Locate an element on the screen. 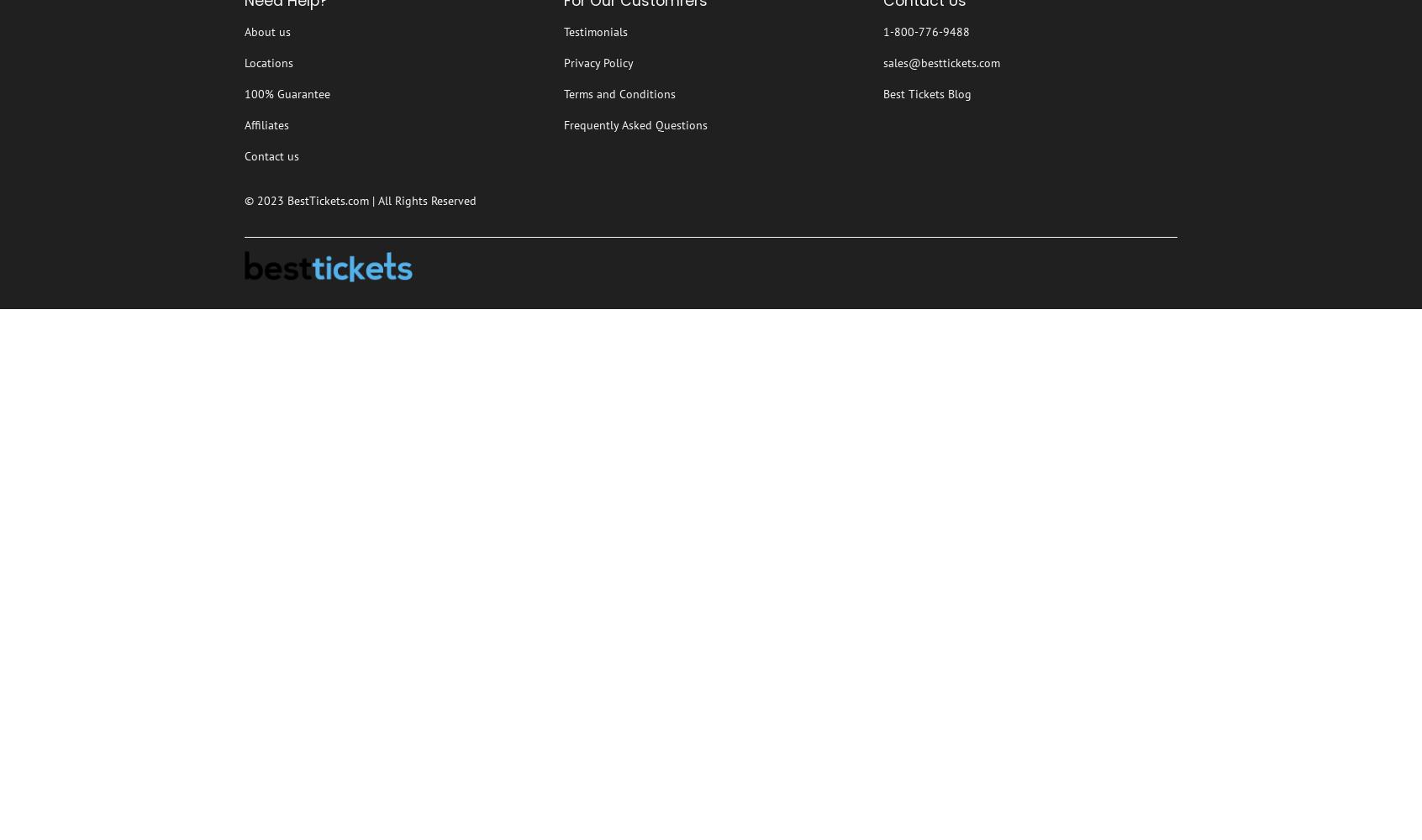 The image size is (1422, 840). 'Privacy Policy' is located at coordinates (564, 62).